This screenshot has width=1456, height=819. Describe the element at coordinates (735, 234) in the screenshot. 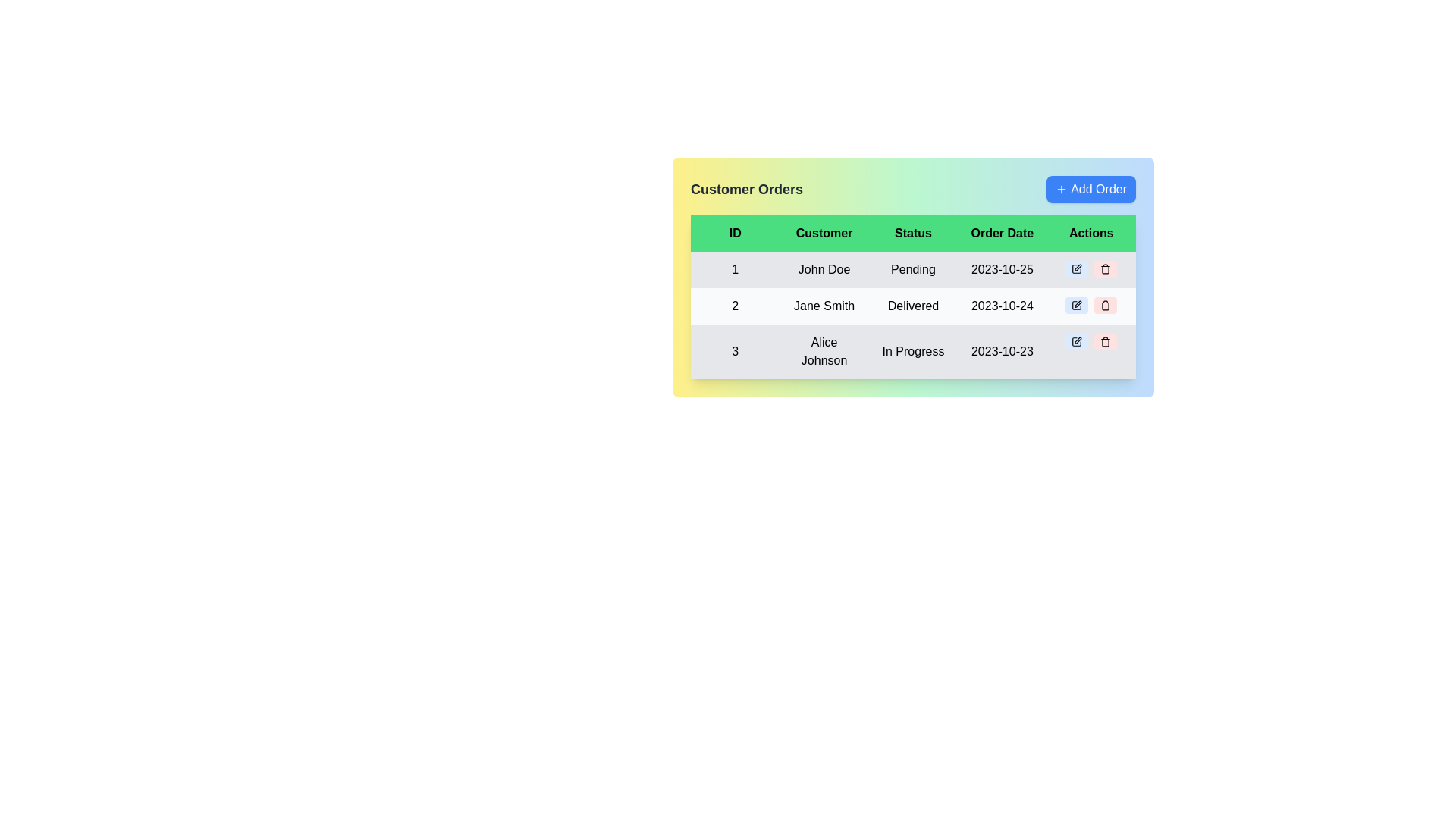

I see `the 'ID' table header, which is the first cell in the header row of the table` at that location.